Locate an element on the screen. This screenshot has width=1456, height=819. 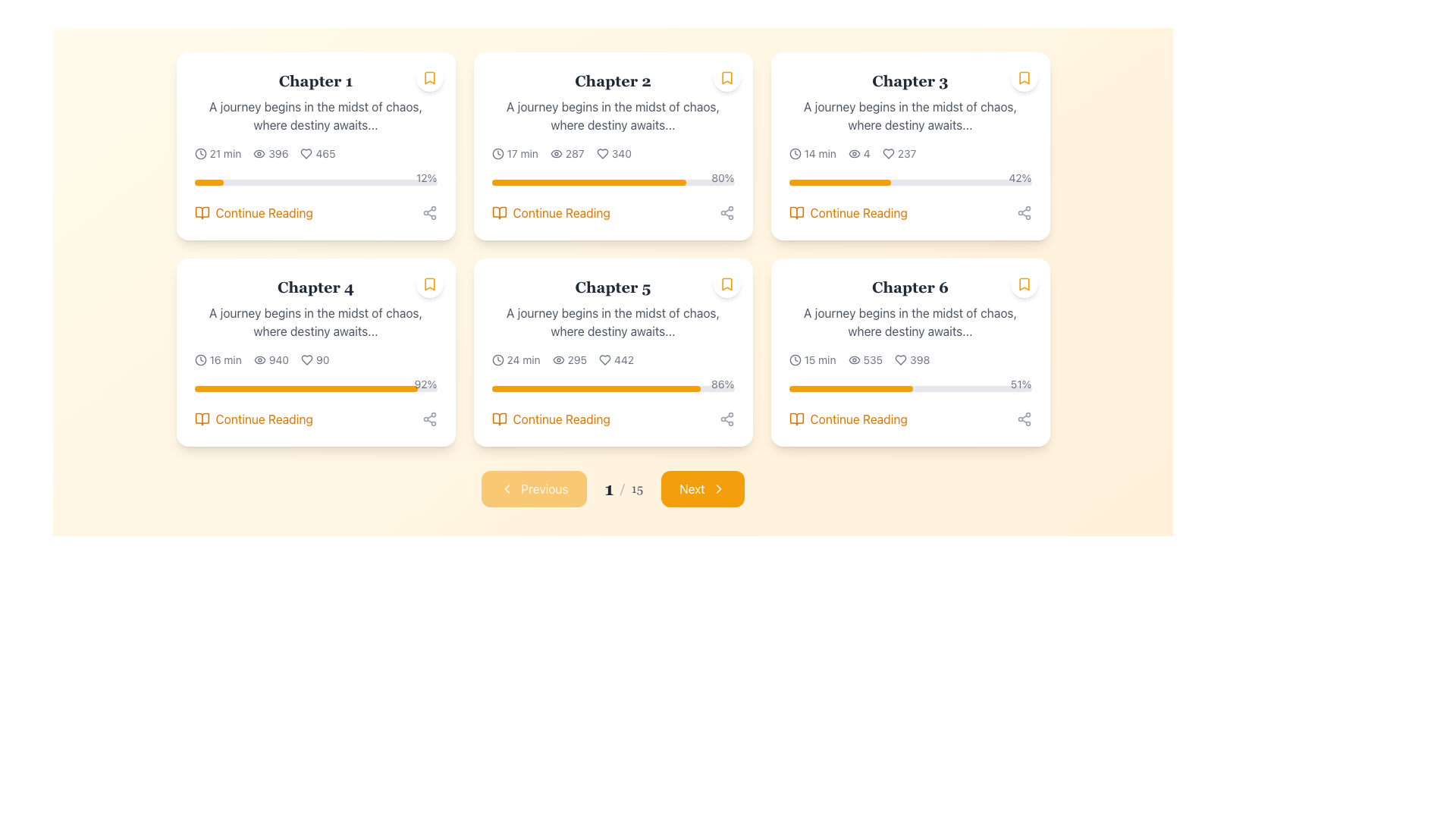
the 'Continue Reading' button located at the bottom middle of the 'Chapter 2' card using keyboard navigation is located at coordinates (560, 213).